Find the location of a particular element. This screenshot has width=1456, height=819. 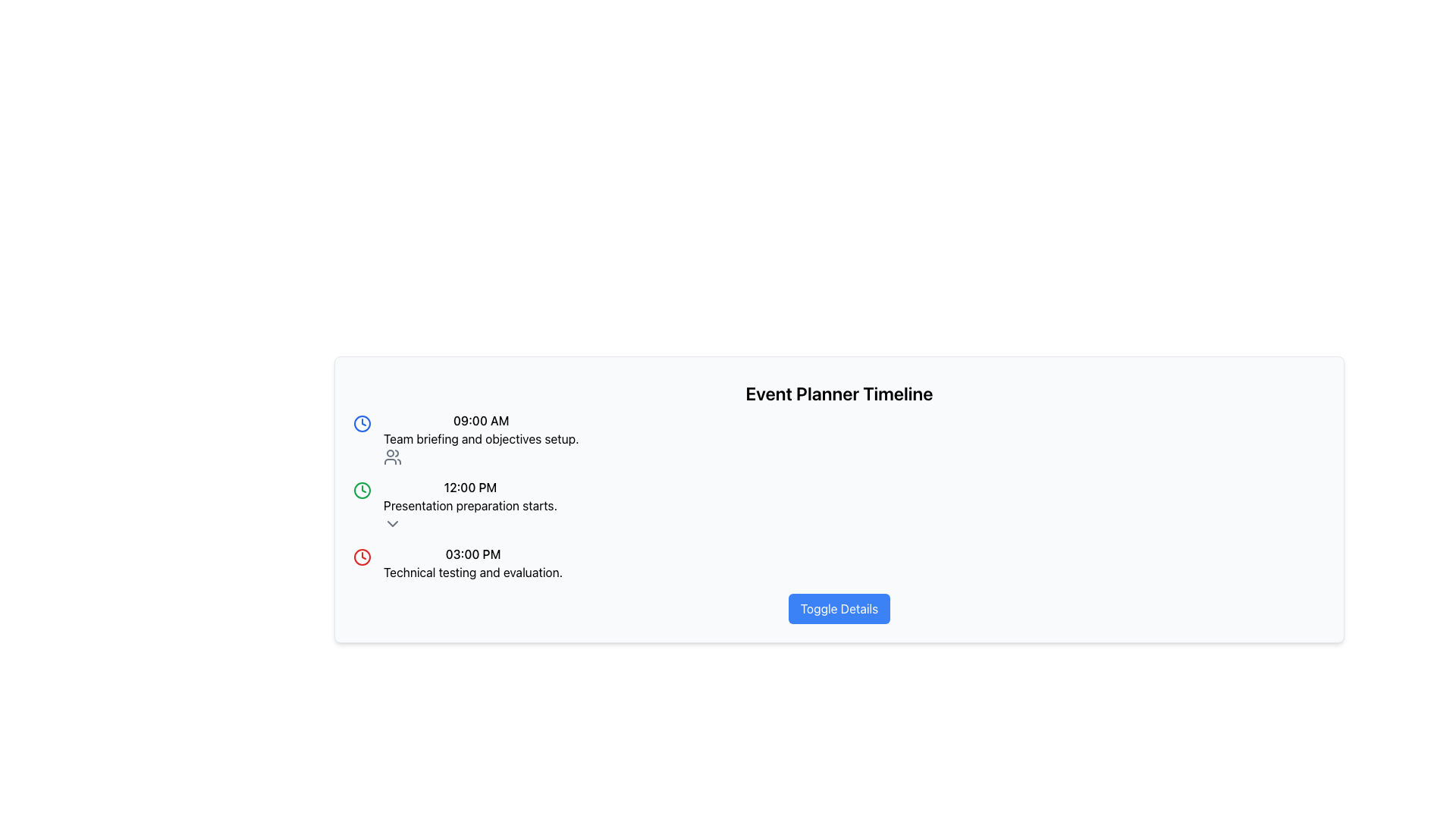

the clock icon that visually represents a time-related event, located to the left of the '03:00 PM Technical testing and evaluation' text is located at coordinates (362, 491).